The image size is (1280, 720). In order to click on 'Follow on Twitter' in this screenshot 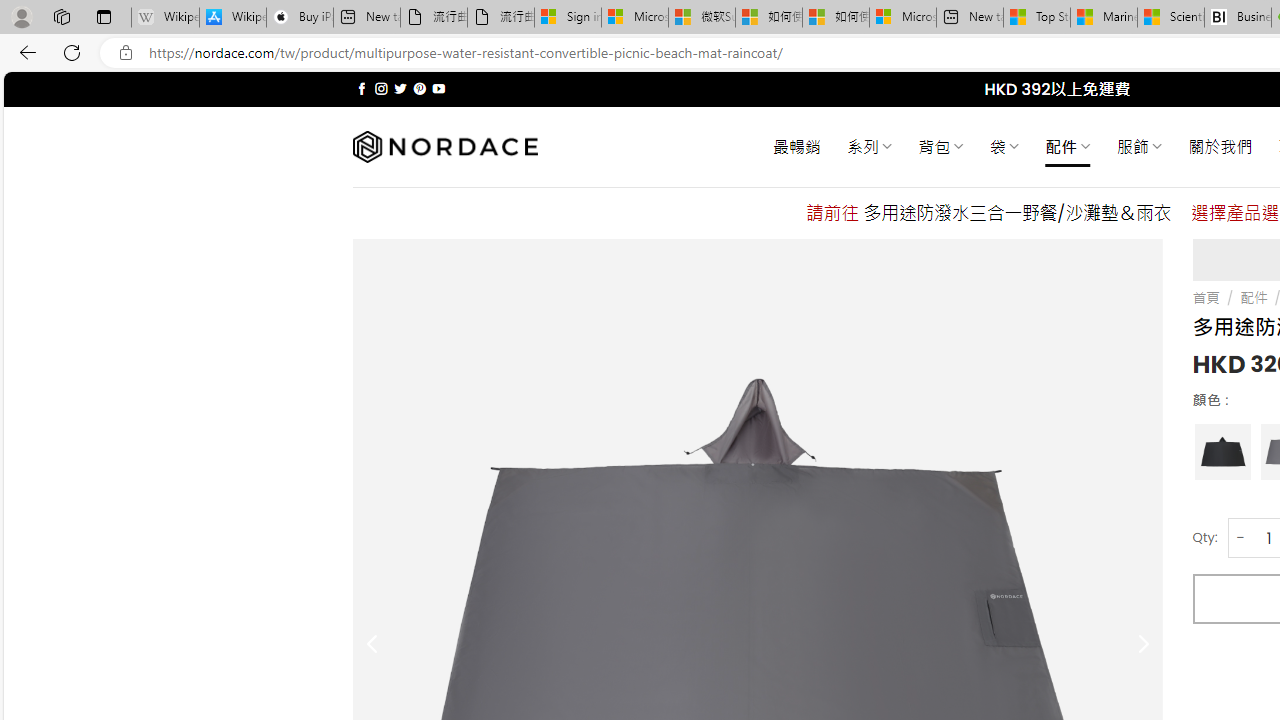, I will do `click(400, 88)`.